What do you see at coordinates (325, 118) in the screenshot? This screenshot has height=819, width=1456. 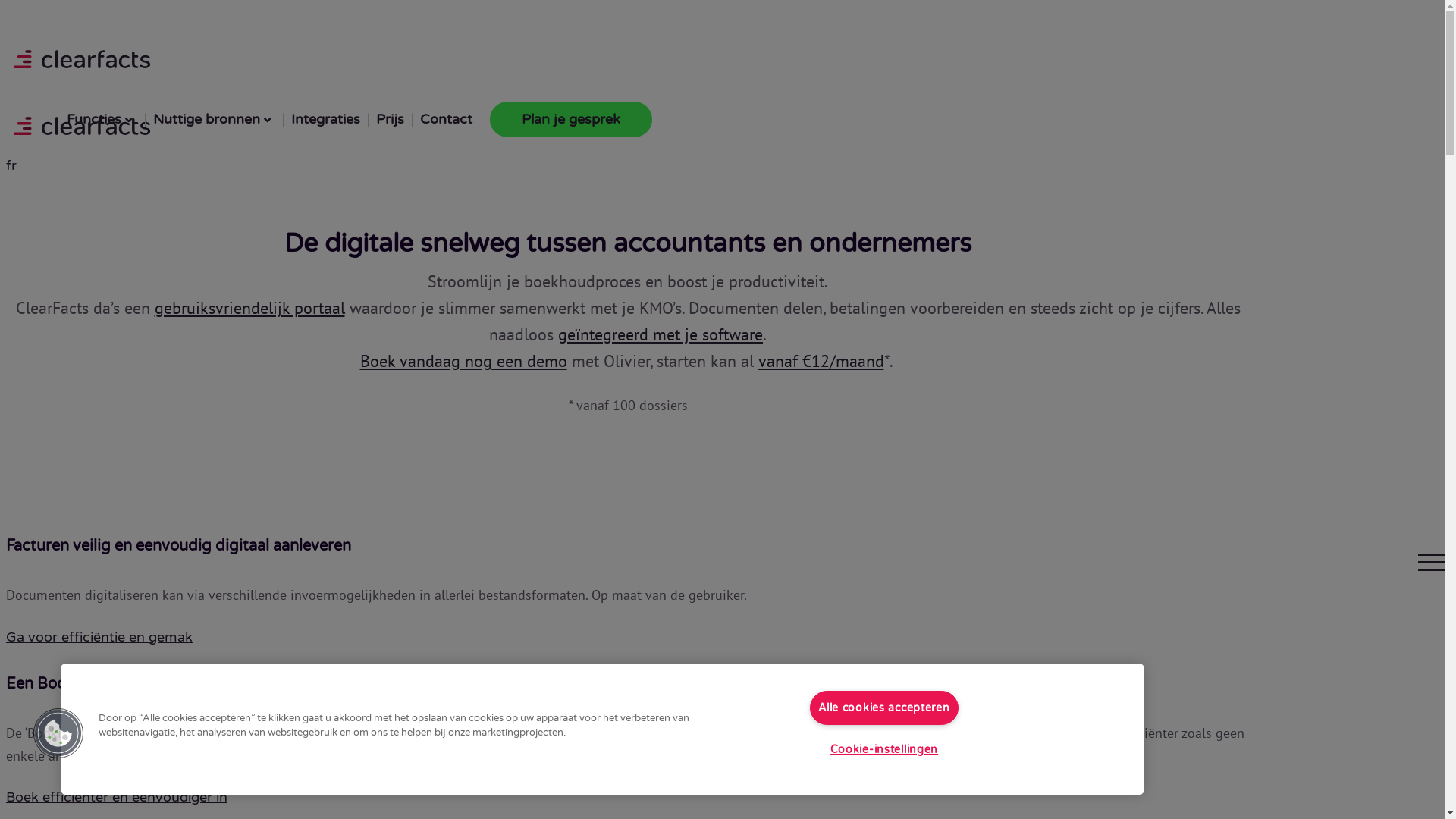 I see `'Integraties'` at bounding box center [325, 118].